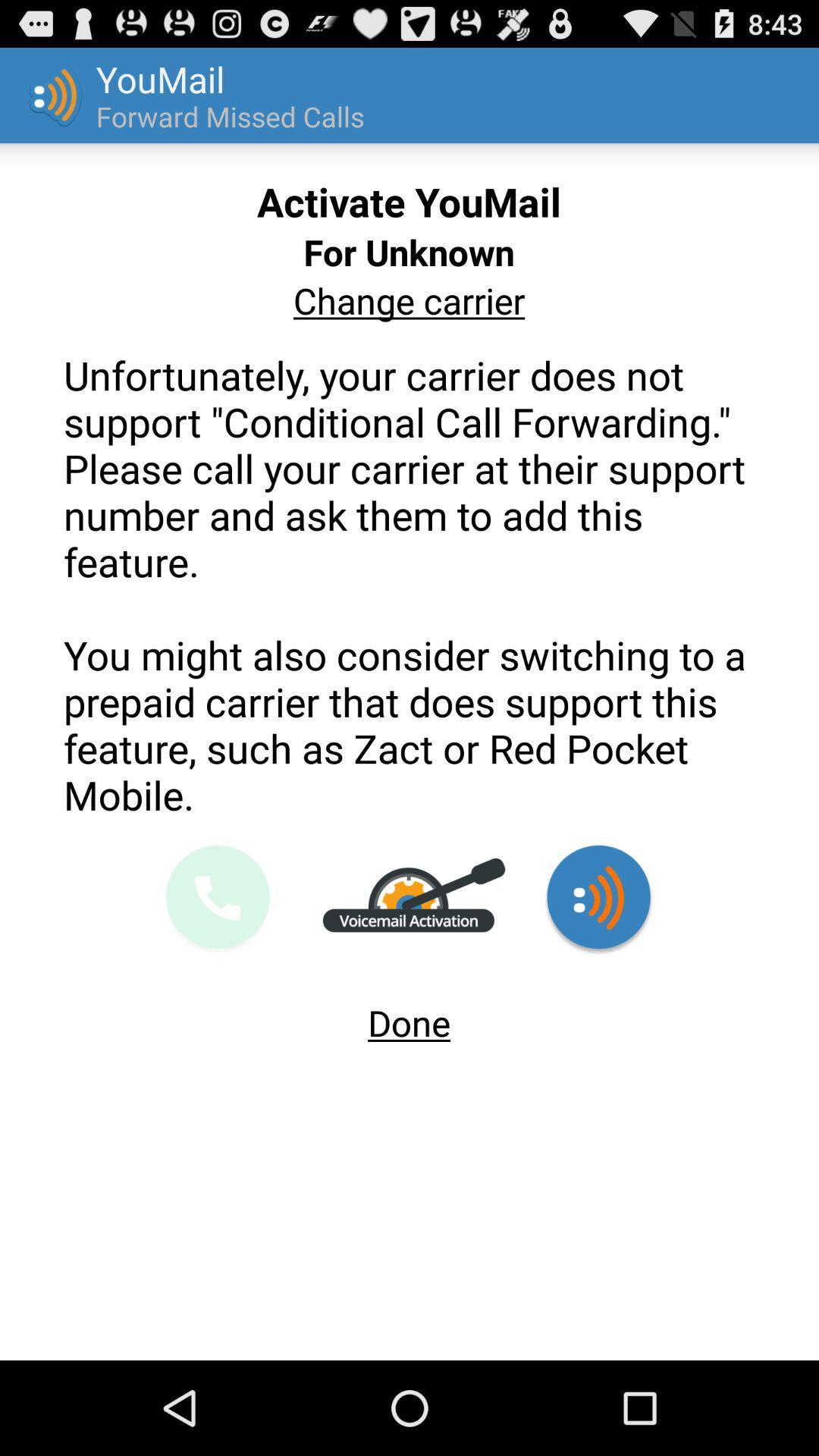 Image resolution: width=819 pixels, height=1456 pixels. What do you see at coordinates (408, 1016) in the screenshot?
I see `done item` at bounding box center [408, 1016].